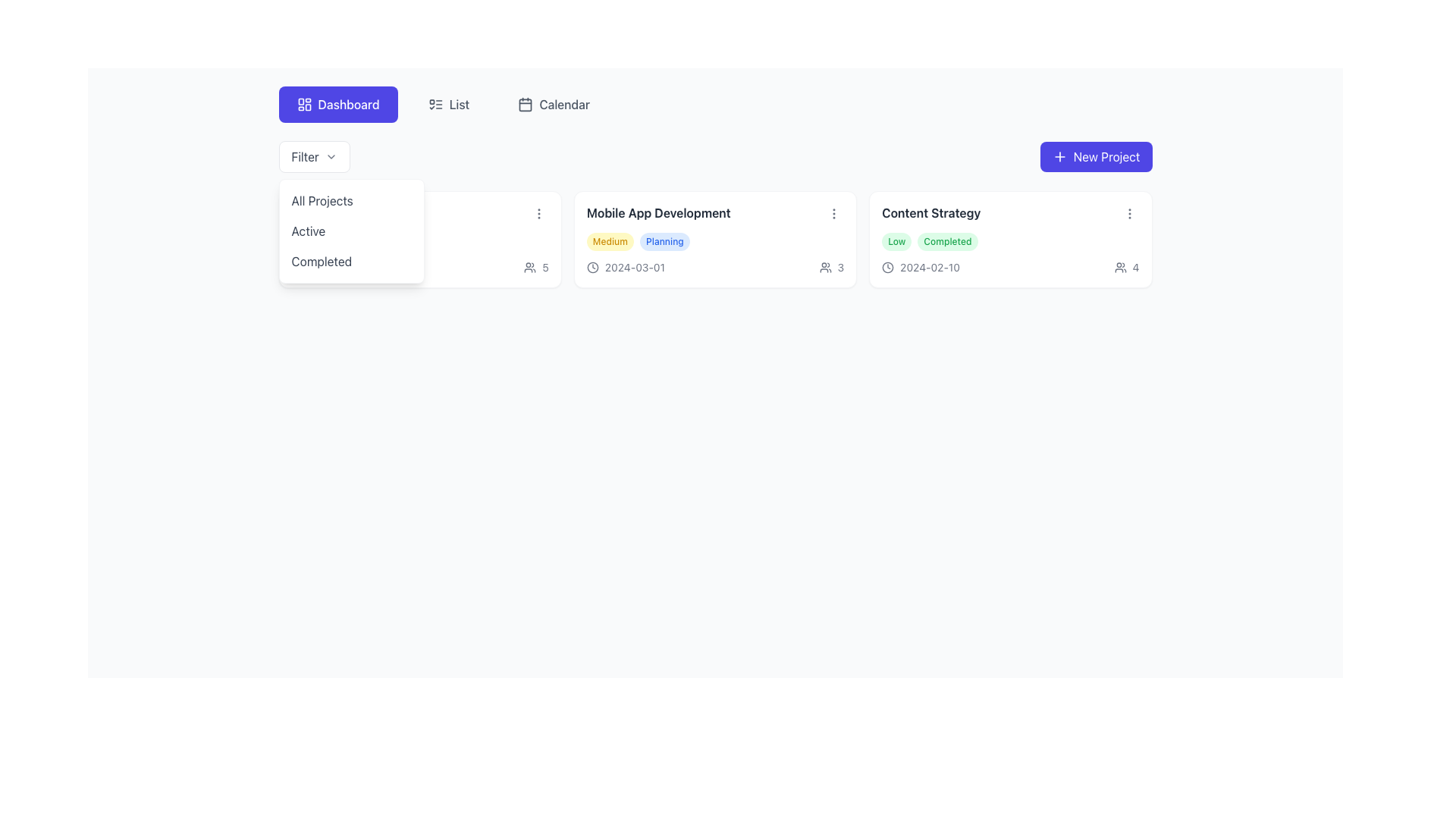 The width and height of the screenshot is (1456, 819). What do you see at coordinates (297, 267) in the screenshot?
I see `the minimalist clock icon located at the start of the 'Completed' text in the dropdown menu associated with the 'Filter' button beneath the 'Dashboard' navigation bar` at bounding box center [297, 267].